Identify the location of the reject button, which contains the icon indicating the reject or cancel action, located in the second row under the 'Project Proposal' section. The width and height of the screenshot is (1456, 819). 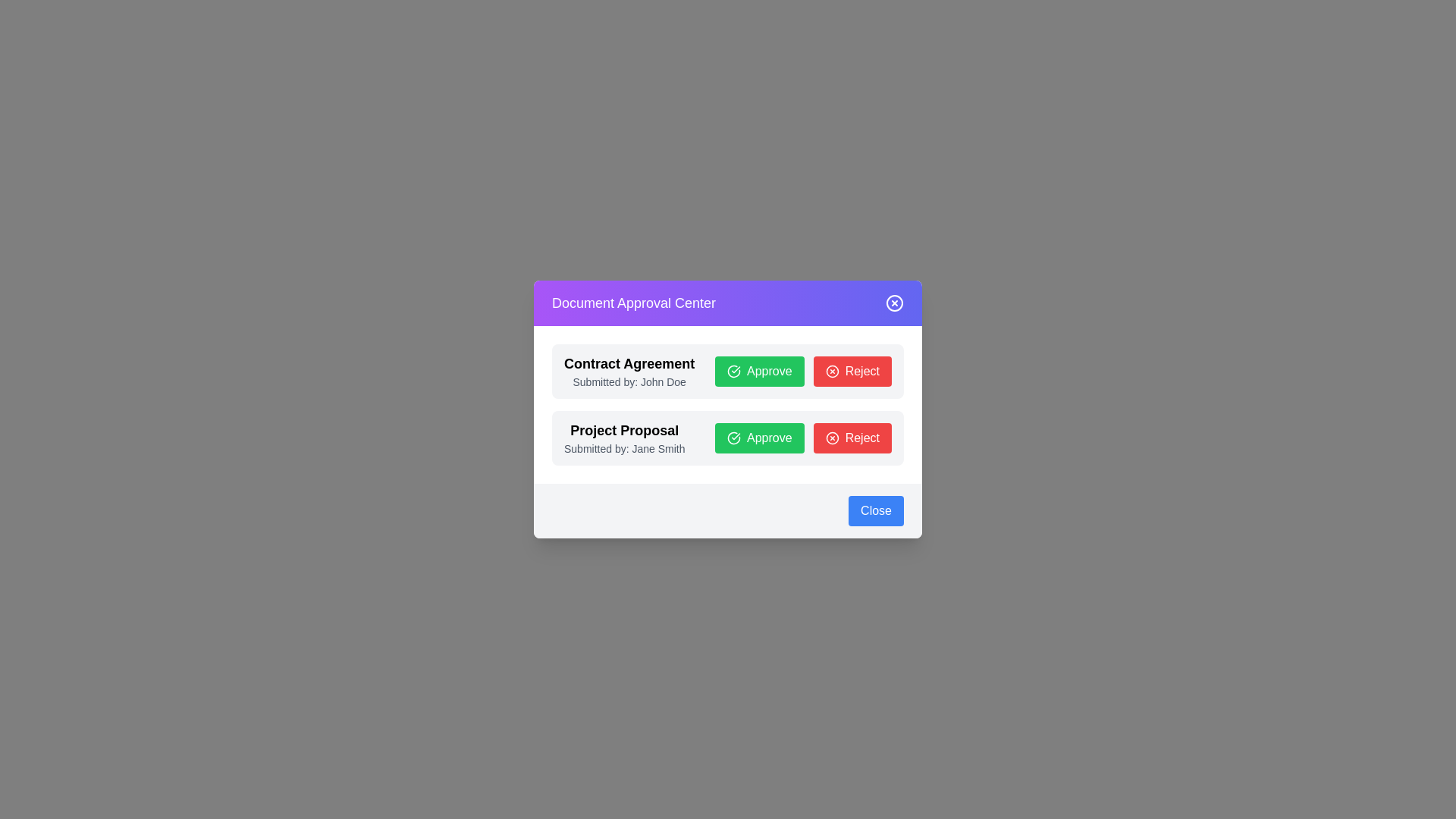
(831, 438).